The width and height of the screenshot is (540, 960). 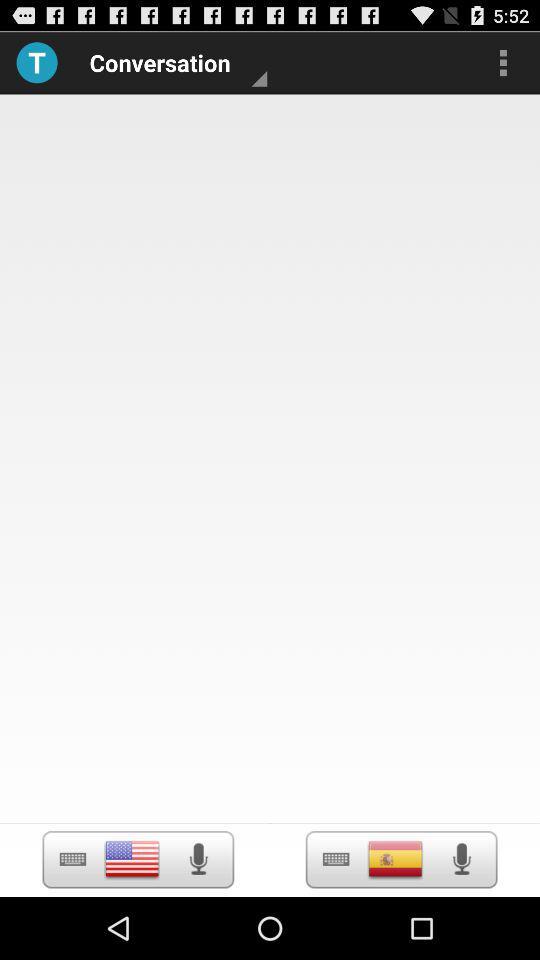 I want to click on the national_flag icon, so click(x=132, y=920).